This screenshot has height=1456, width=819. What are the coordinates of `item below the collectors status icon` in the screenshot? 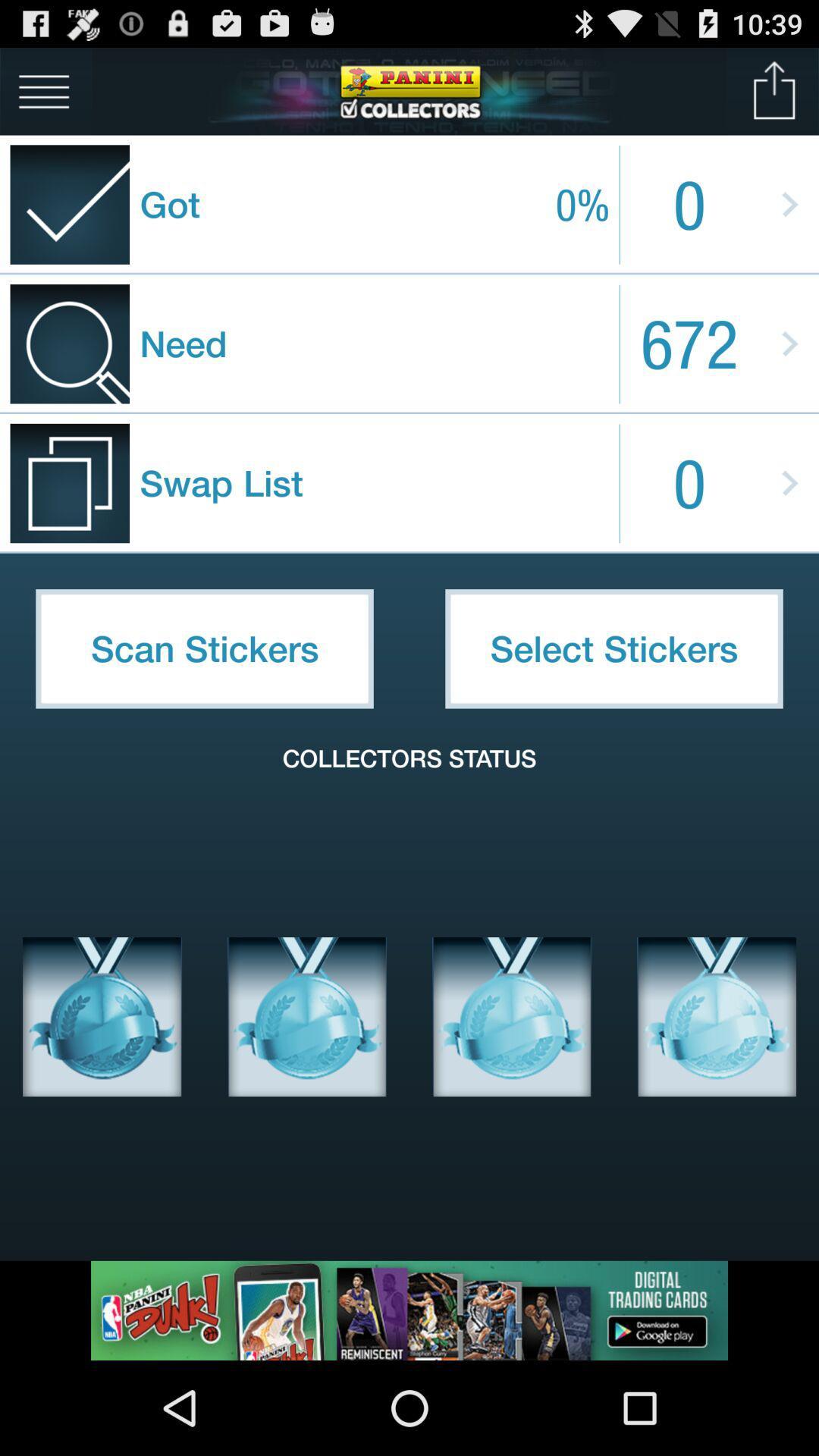 It's located at (717, 1016).